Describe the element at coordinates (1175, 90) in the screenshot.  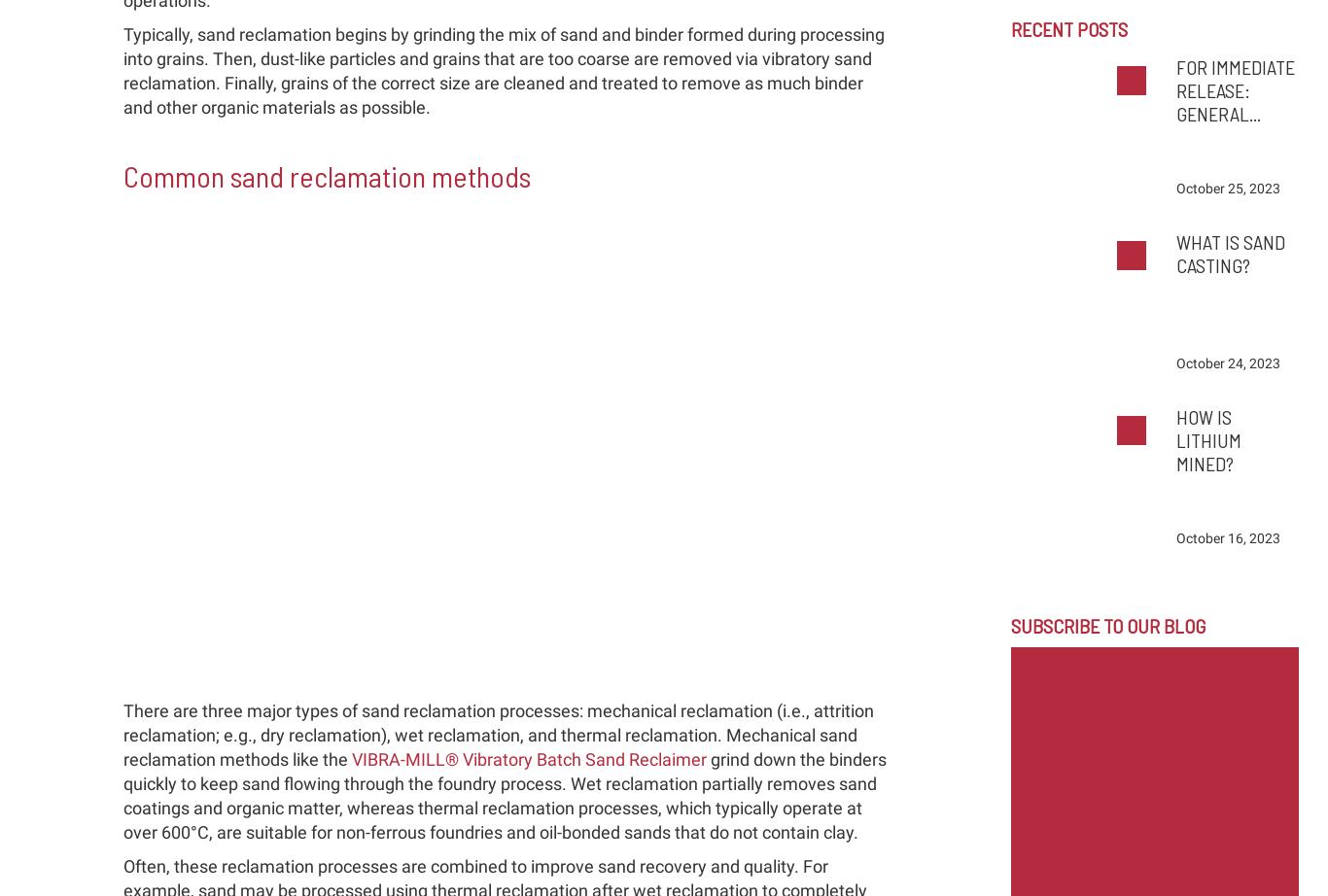
I see `'FOR IMMEDIATE RELEASE: General...'` at that location.